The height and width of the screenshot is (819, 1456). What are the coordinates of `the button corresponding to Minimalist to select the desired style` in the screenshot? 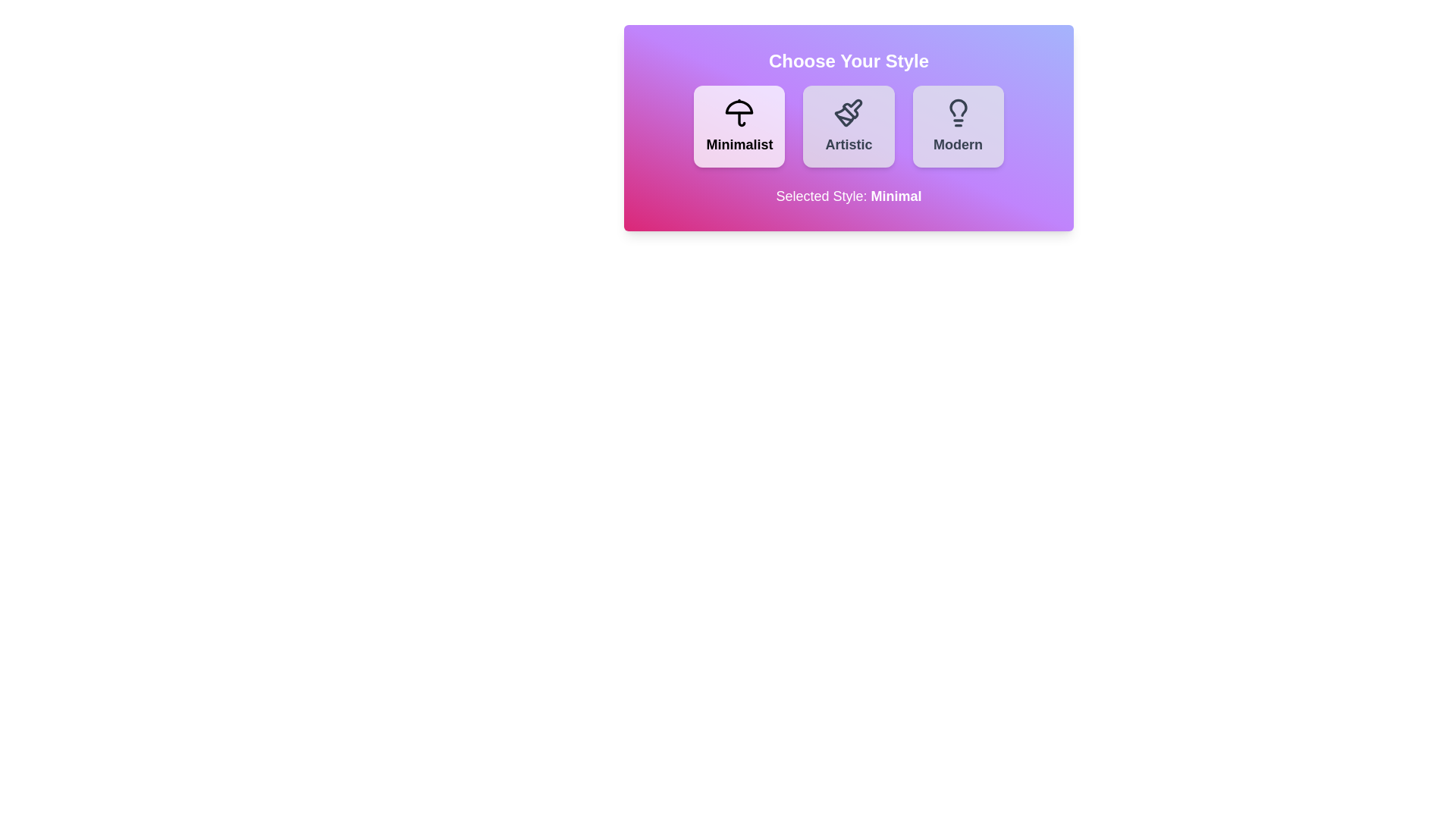 It's located at (739, 125).